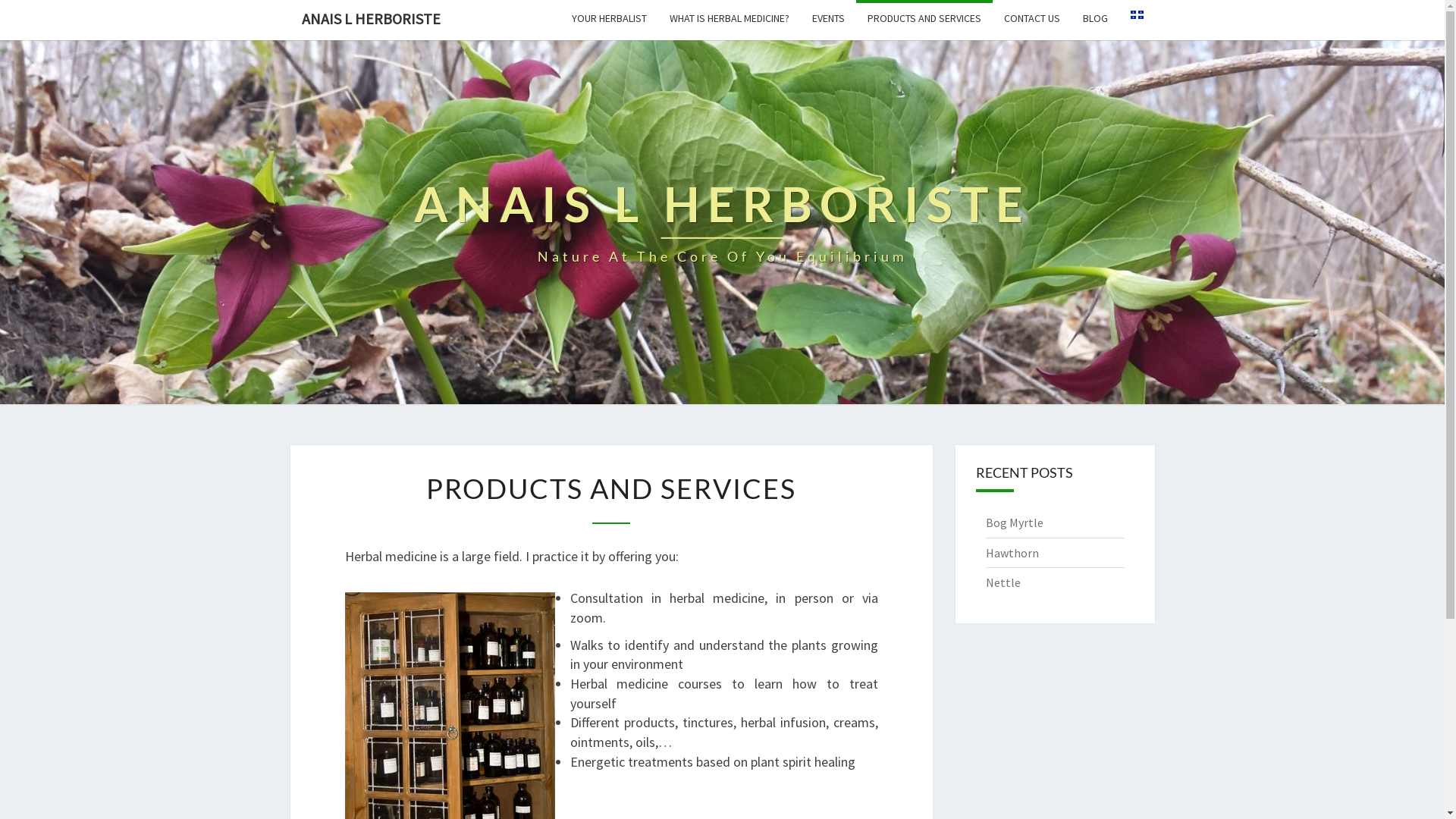  What do you see at coordinates (992, 17) in the screenshot?
I see `'CONTACT US'` at bounding box center [992, 17].